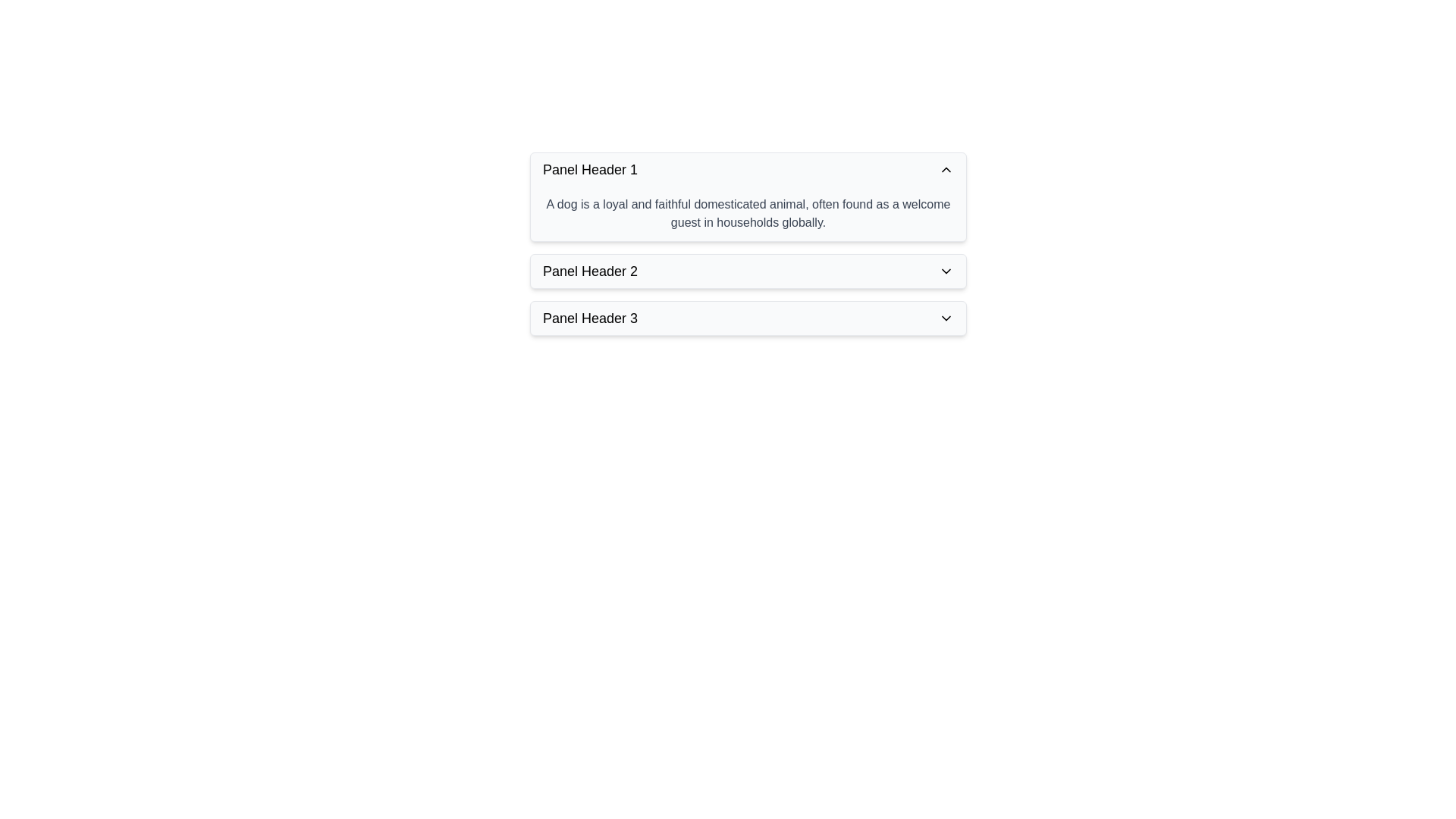  I want to click on text of the element displaying 'Panel Header 3' in bold font, which is part of a UI panel header aligned to the left, so click(589, 318).